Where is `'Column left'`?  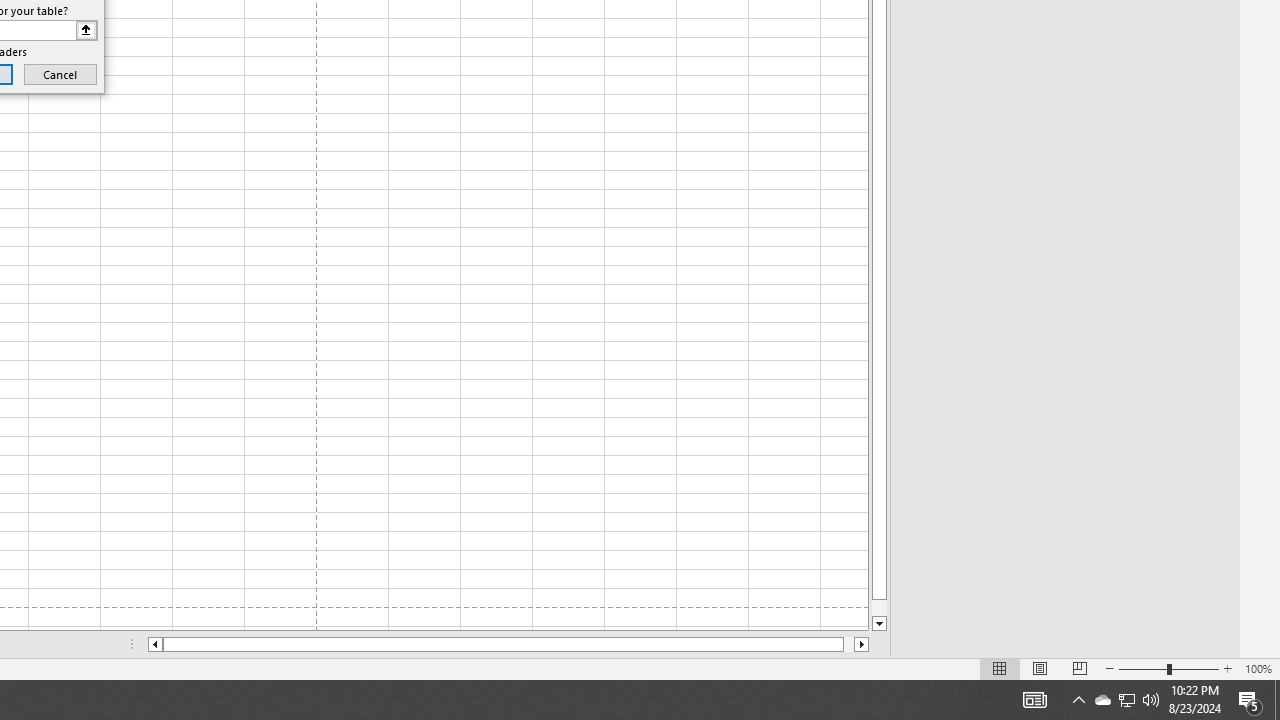 'Column left' is located at coordinates (153, 644).